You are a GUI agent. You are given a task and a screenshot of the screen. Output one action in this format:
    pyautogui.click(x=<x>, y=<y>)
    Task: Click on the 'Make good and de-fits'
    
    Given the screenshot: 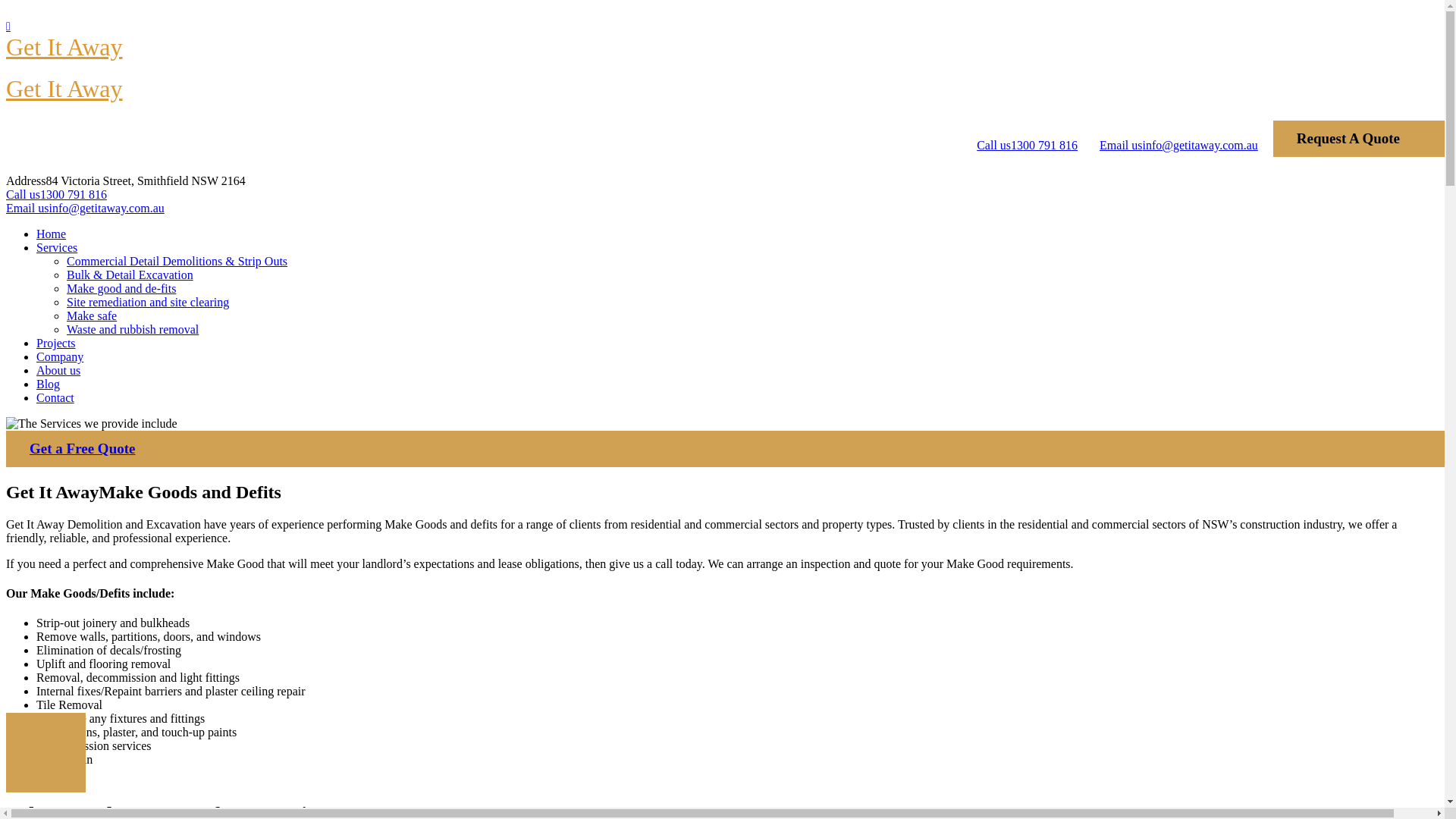 What is the action you would take?
    pyautogui.click(x=120, y=288)
    